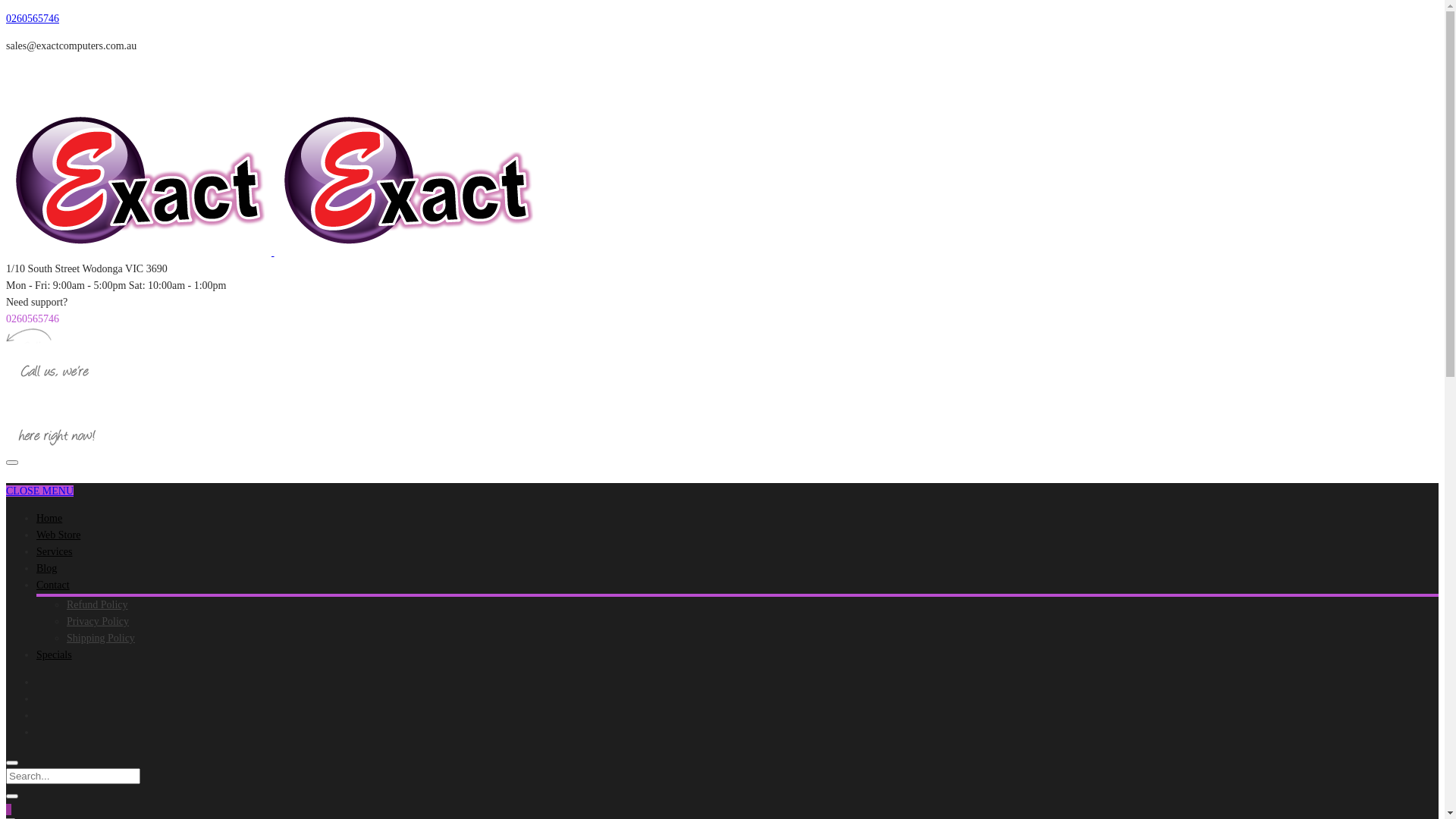  What do you see at coordinates (39, 491) in the screenshot?
I see `'CLOSE MENU'` at bounding box center [39, 491].